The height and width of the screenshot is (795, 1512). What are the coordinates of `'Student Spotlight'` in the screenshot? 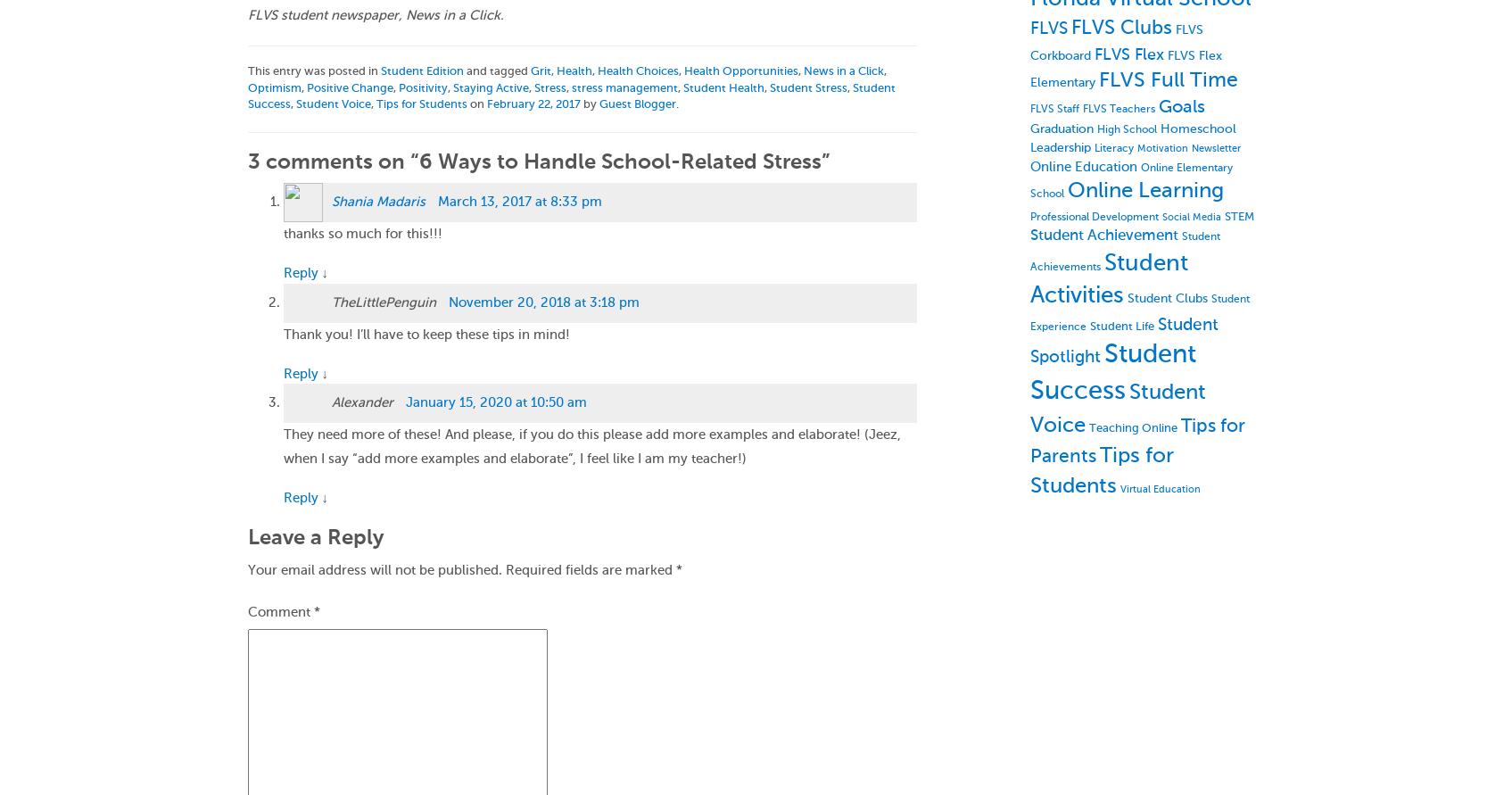 It's located at (1029, 340).